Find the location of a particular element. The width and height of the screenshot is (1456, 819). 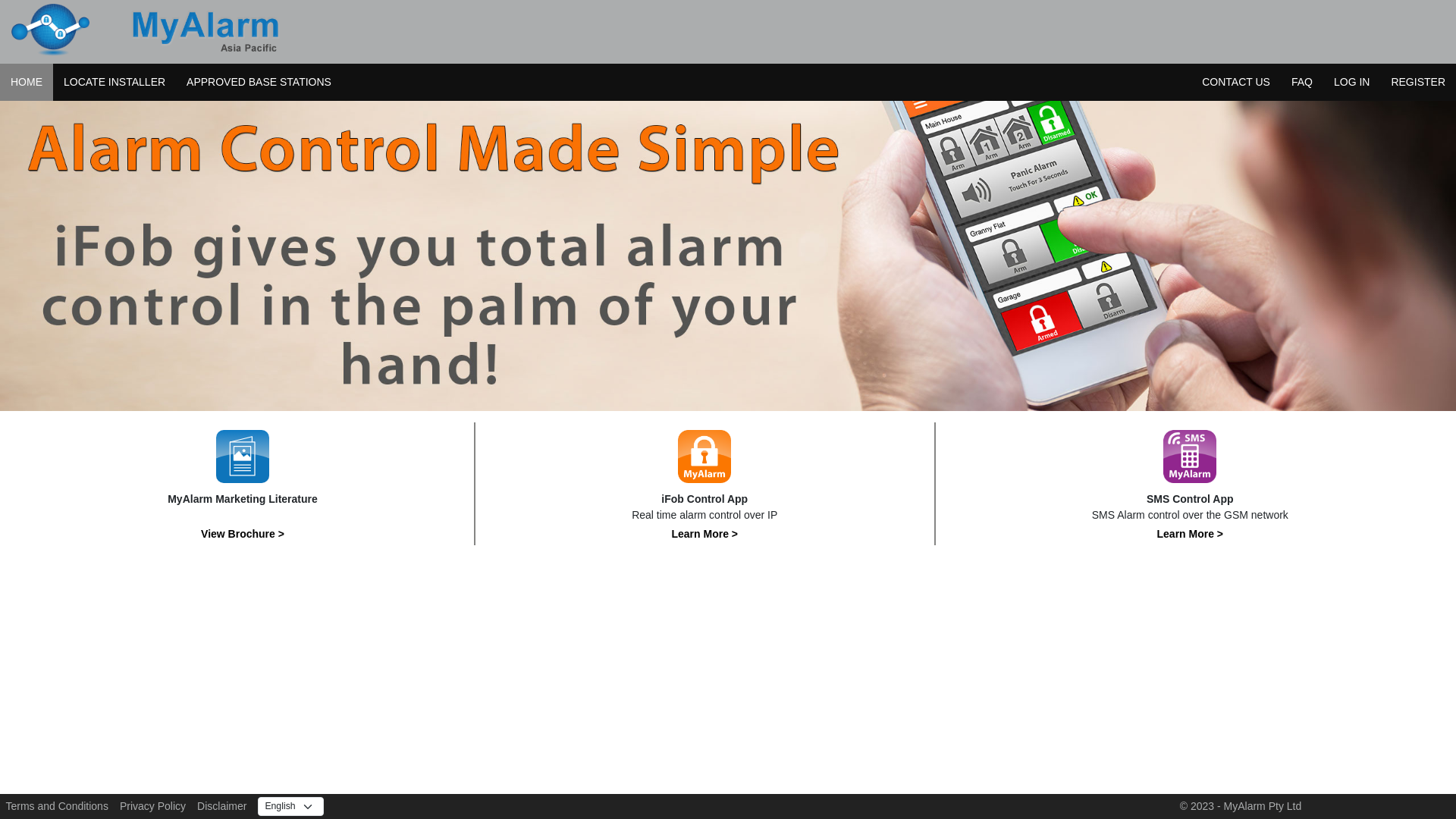

'View Brochure >' is located at coordinates (199, 533).